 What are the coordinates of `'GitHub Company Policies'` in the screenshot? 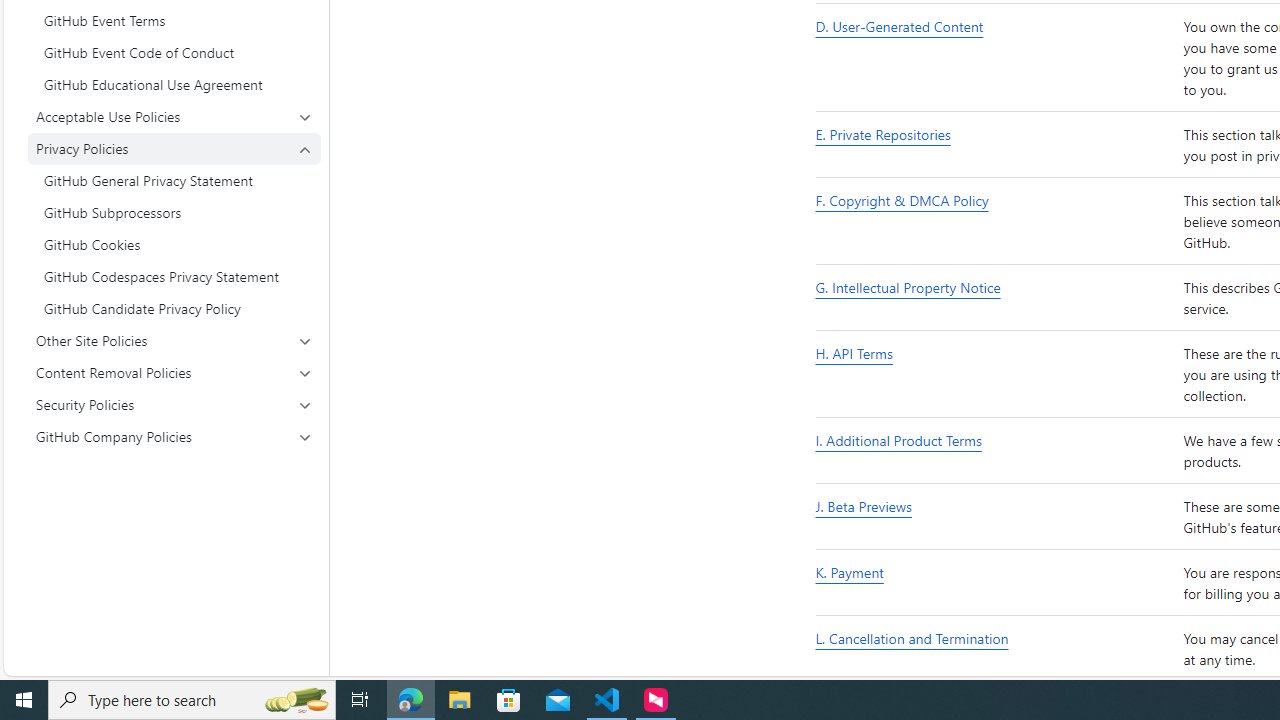 It's located at (174, 436).